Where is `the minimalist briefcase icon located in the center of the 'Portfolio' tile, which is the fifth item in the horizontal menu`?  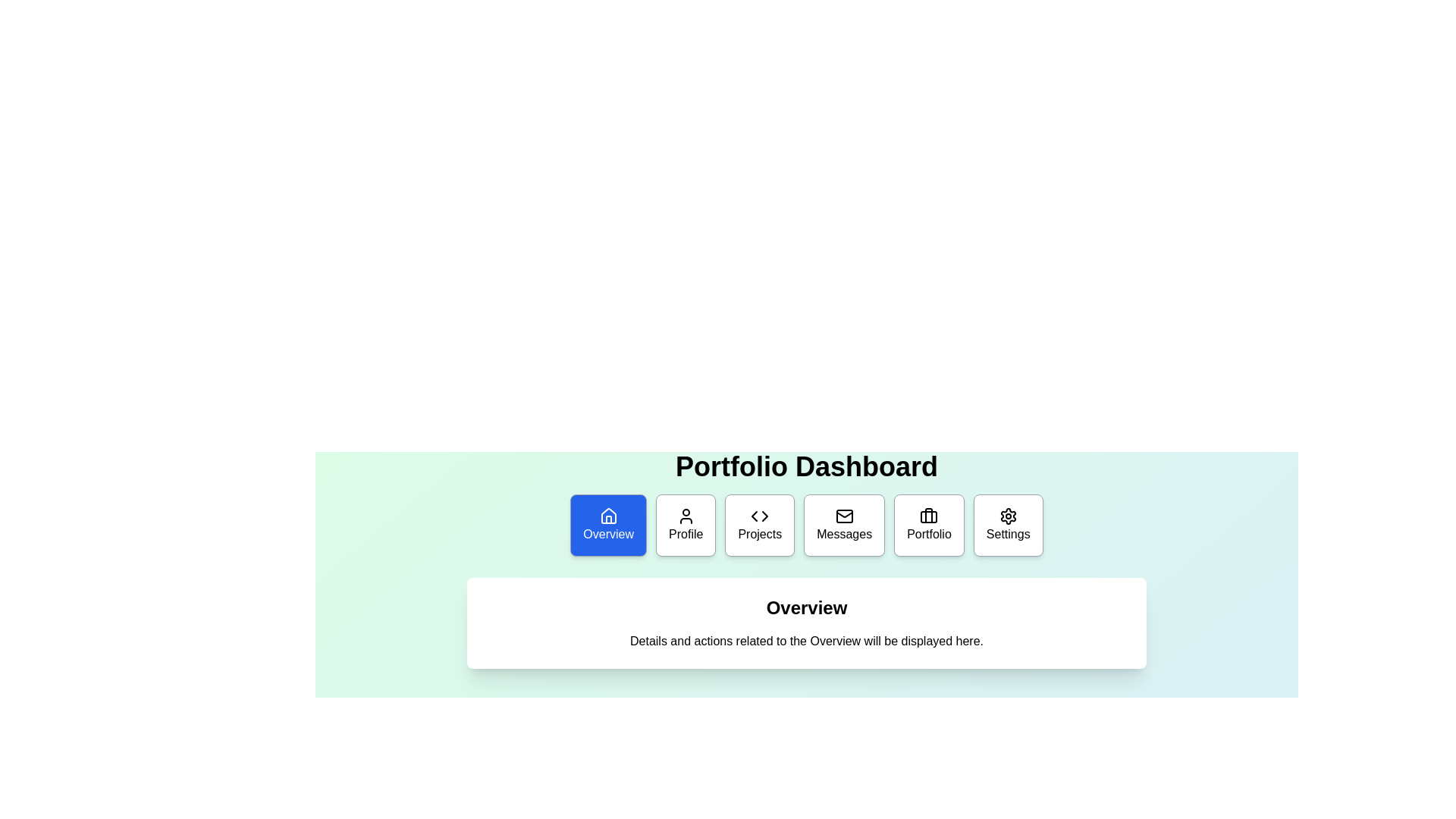 the minimalist briefcase icon located in the center of the 'Portfolio' tile, which is the fifth item in the horizontal menu is located at coordinates (928, 516).